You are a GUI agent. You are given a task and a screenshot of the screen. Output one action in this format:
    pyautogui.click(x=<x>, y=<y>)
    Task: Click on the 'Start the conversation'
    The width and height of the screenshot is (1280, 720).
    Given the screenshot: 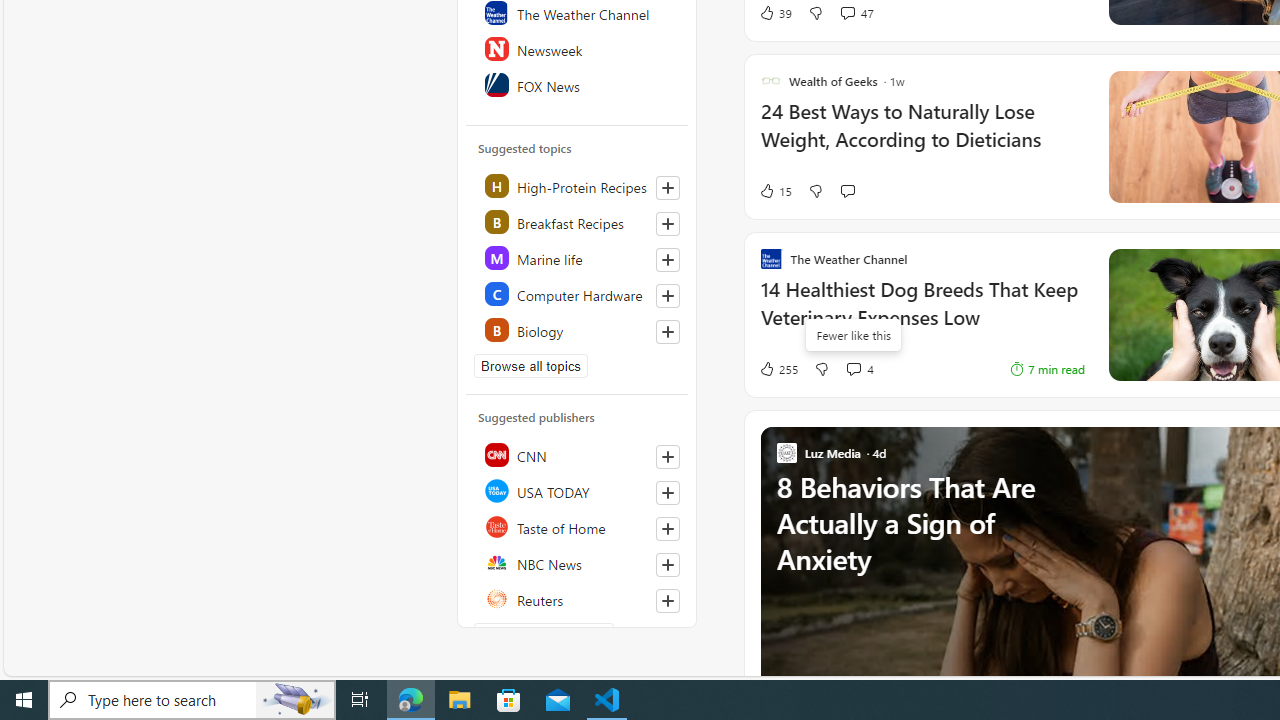 What is the action you would take?
    pyautogui.click(x=847, y=191)
    